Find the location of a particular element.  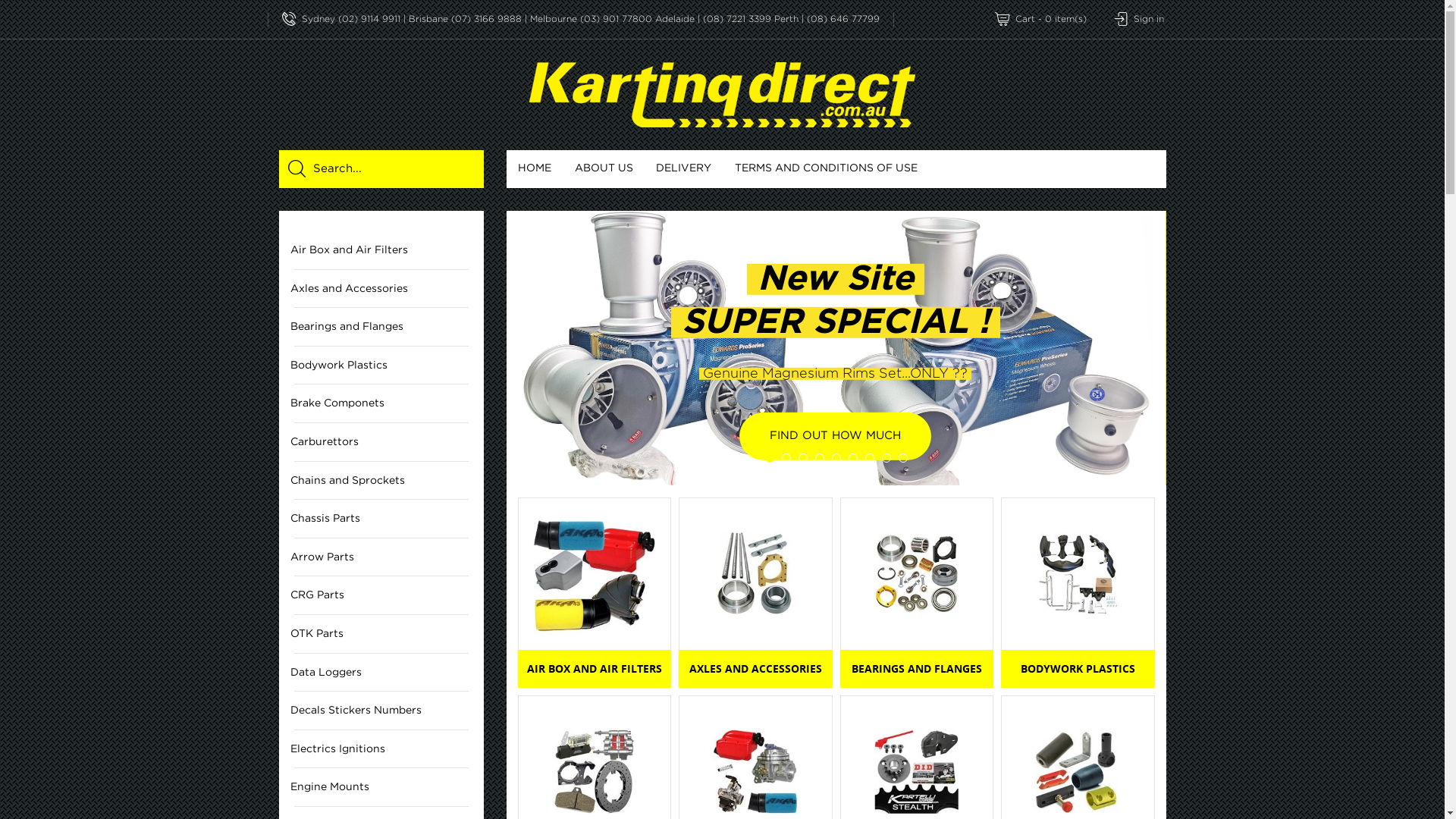

'TERMS AND CONDITIONS OF USE' is located at coordinates (825, 169).